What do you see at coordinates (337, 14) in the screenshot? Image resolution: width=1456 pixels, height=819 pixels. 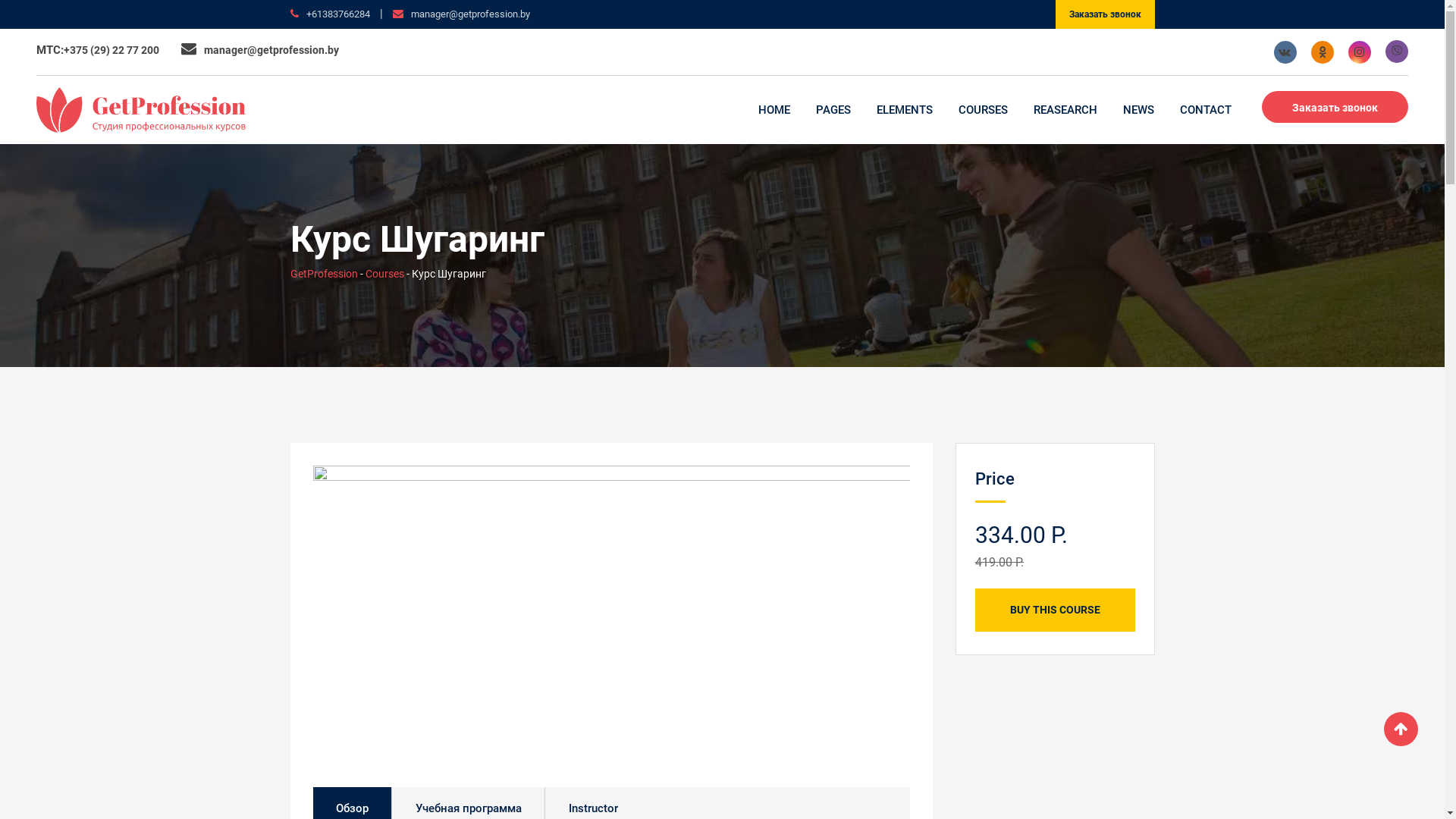 I see `'+61383766284'` at bounding box center [337, 14].